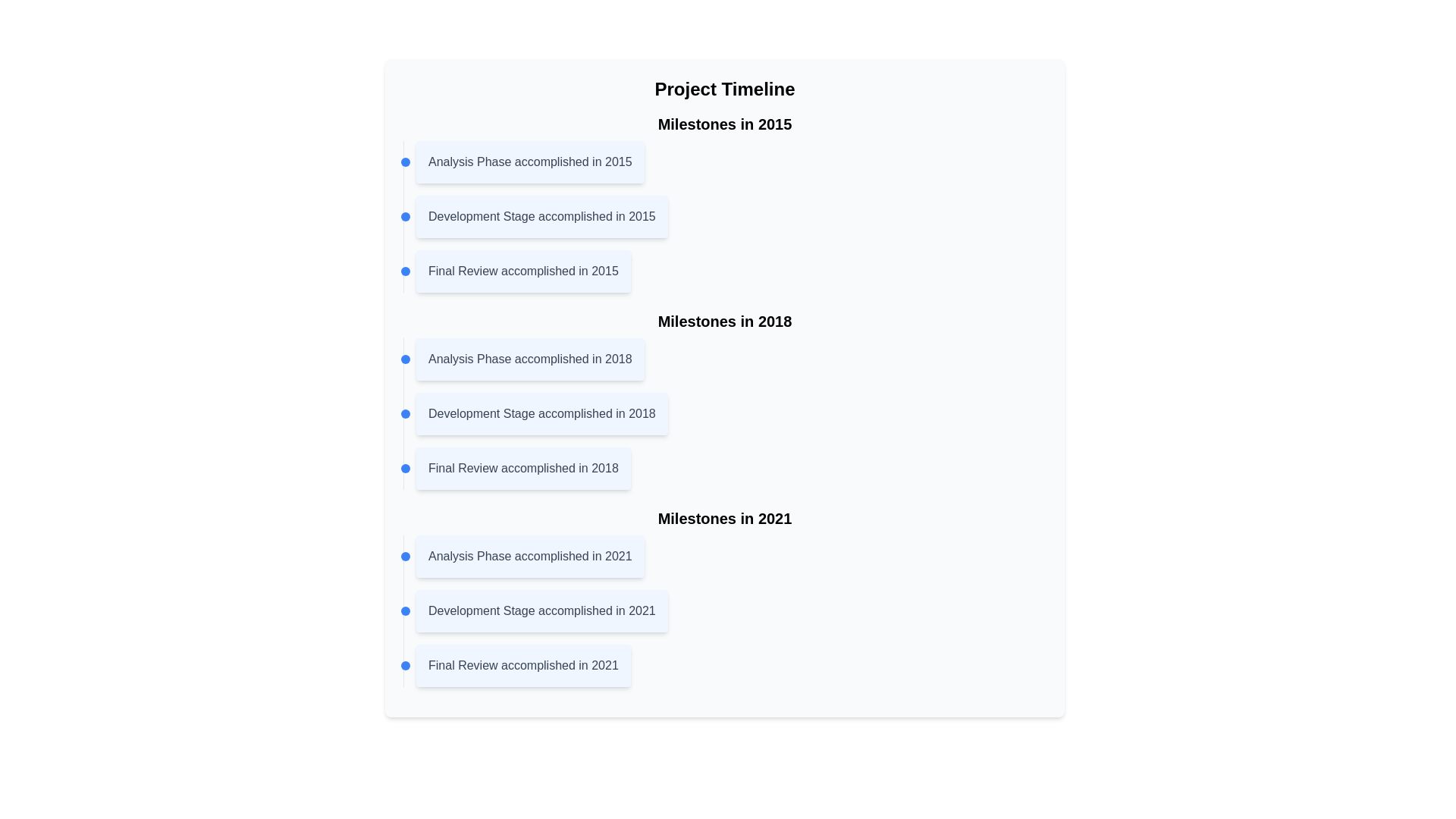  What do you see at coordinates (405, 414) in the screenshot?
I see `the second Decorative marker representing the milestone 'Development Stage accomplished in 2018' in the timeline interface` at bounding box center [405, 414].